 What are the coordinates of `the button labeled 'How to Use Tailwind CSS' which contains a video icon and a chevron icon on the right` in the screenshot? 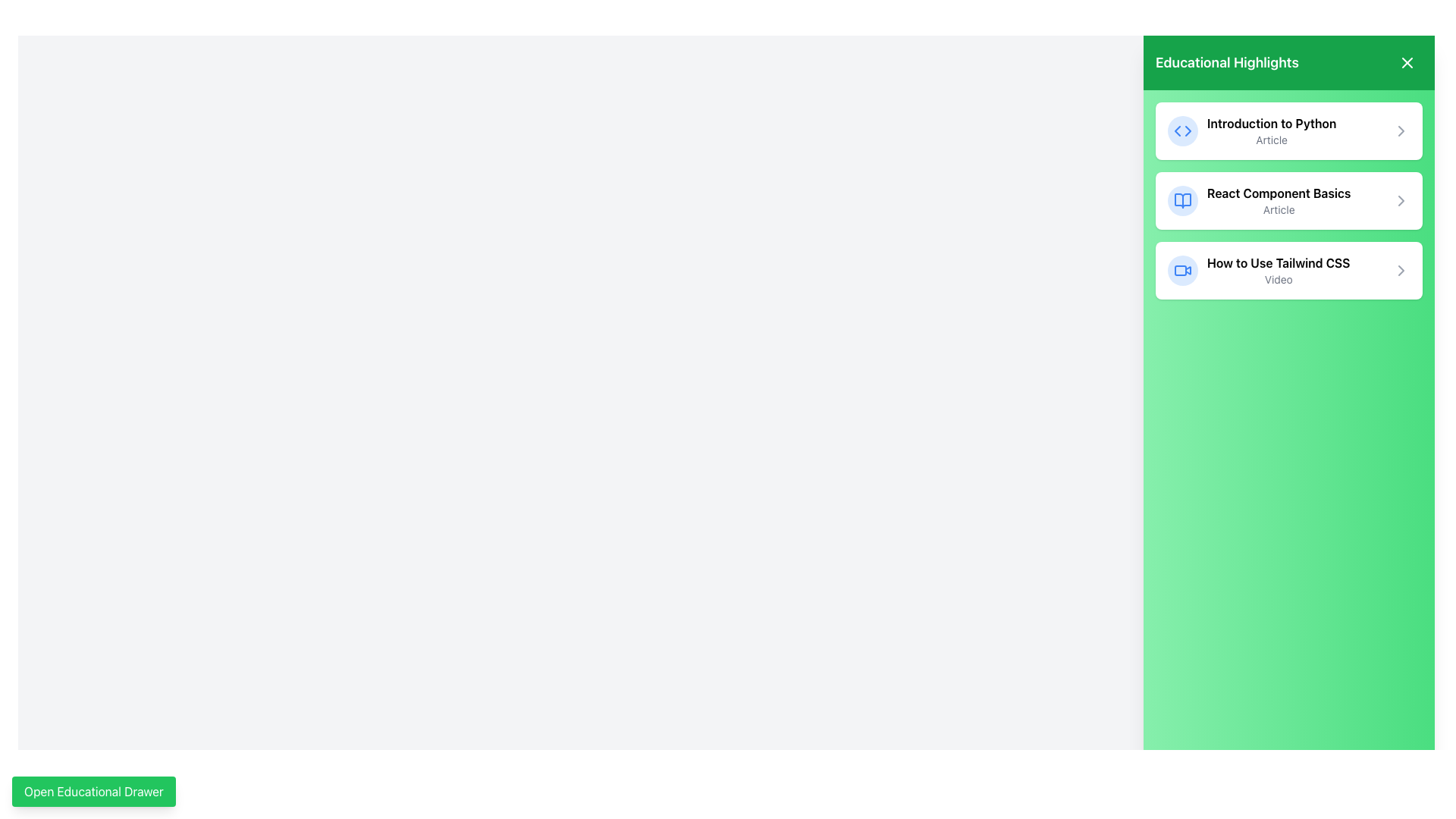 It's located at (1288, 270).